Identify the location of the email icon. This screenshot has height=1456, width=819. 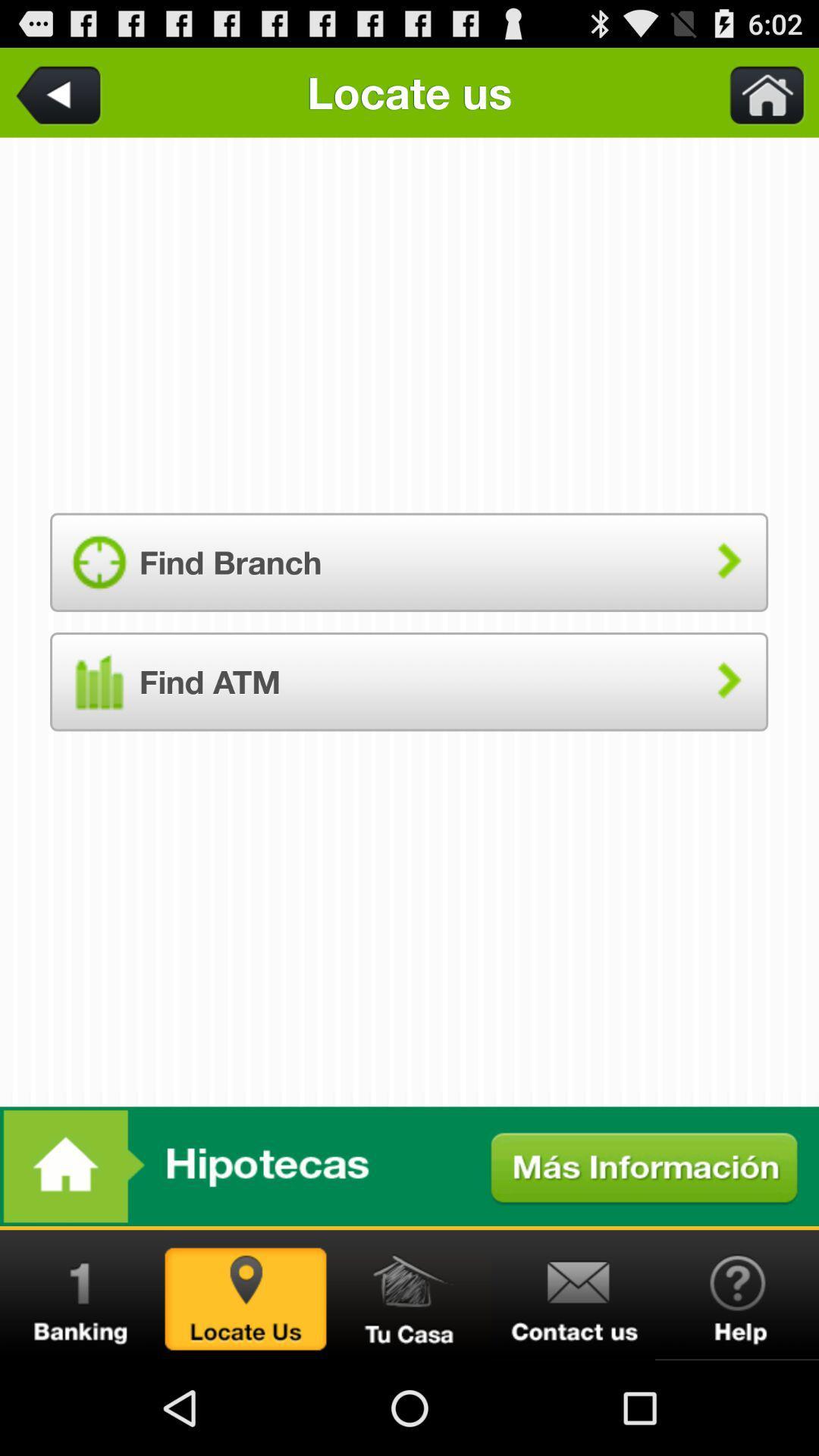
(573, 1386).